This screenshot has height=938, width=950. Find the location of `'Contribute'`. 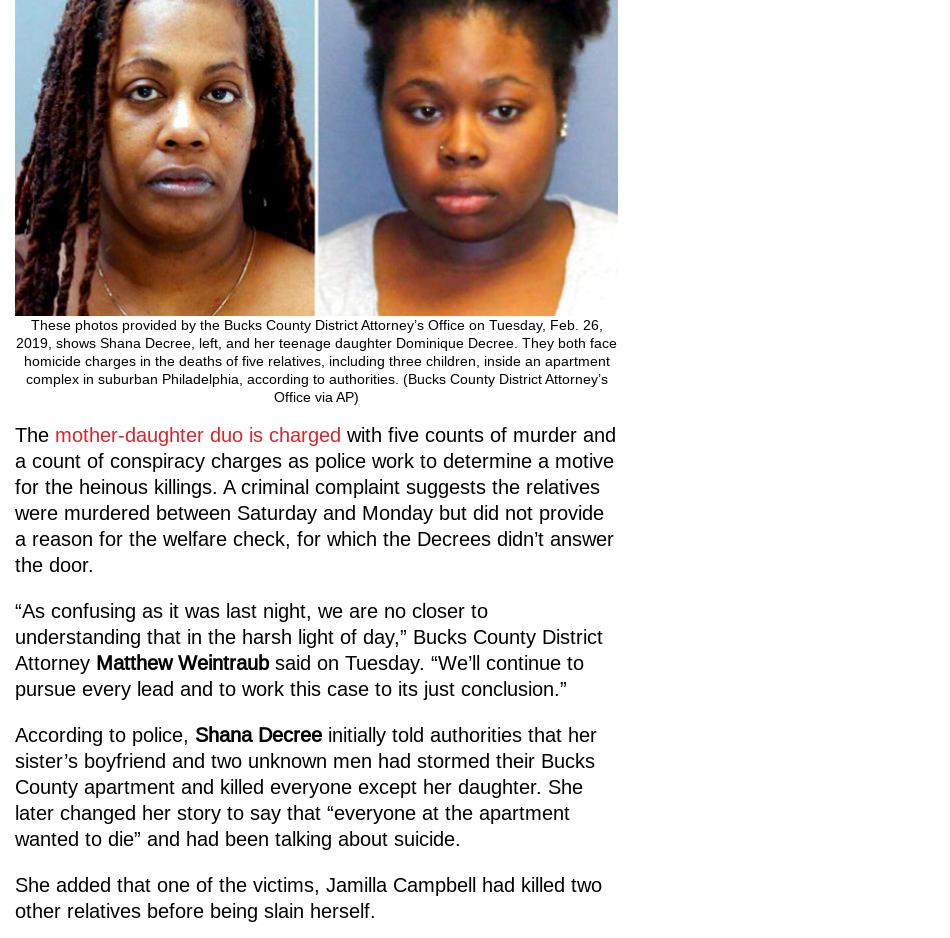

'Contribute' is located at coordinates (85, 731).